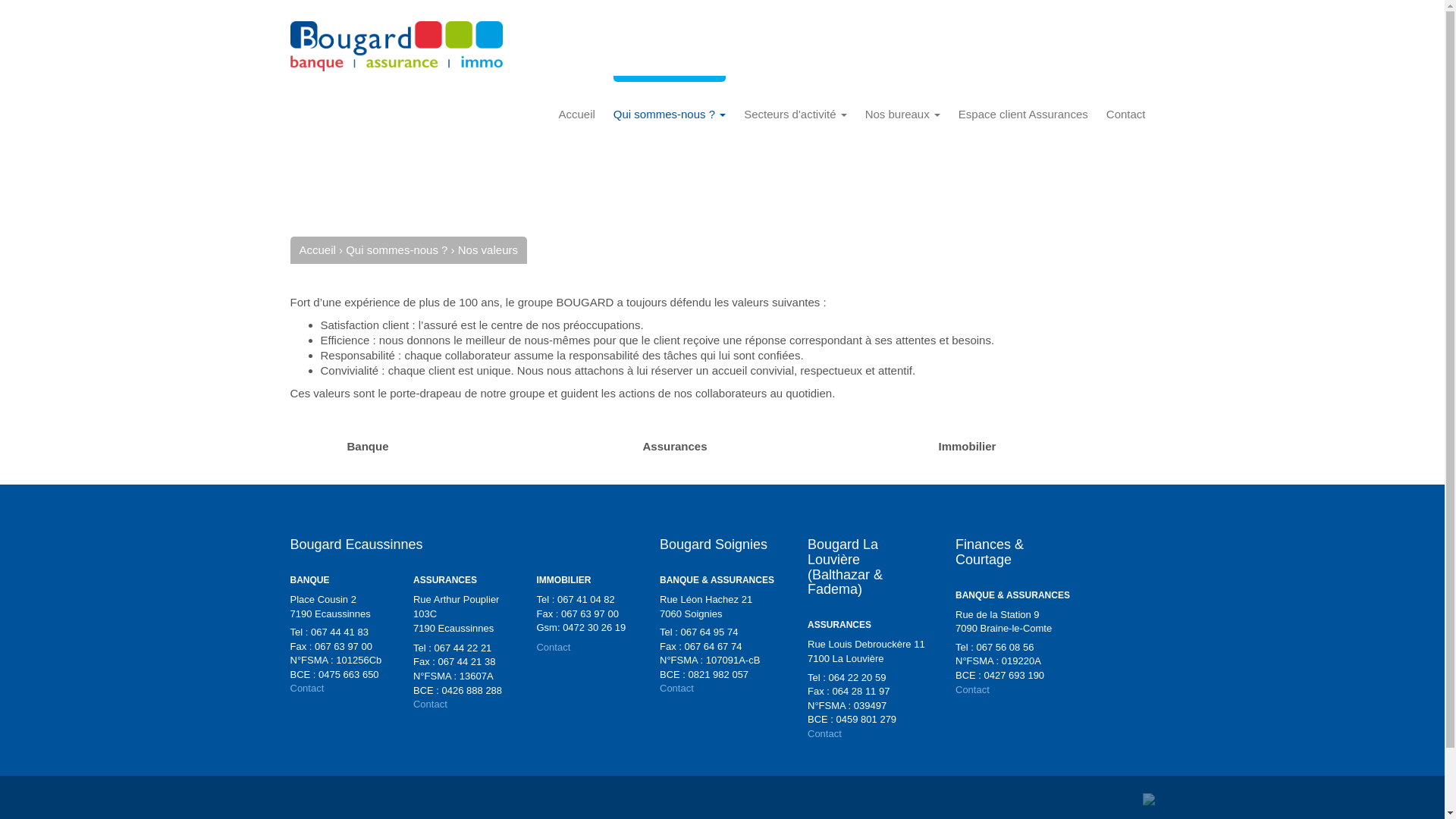  Describe the element at coordinates (676, 688) in the screenshot. I see `'Contact'` at that location.